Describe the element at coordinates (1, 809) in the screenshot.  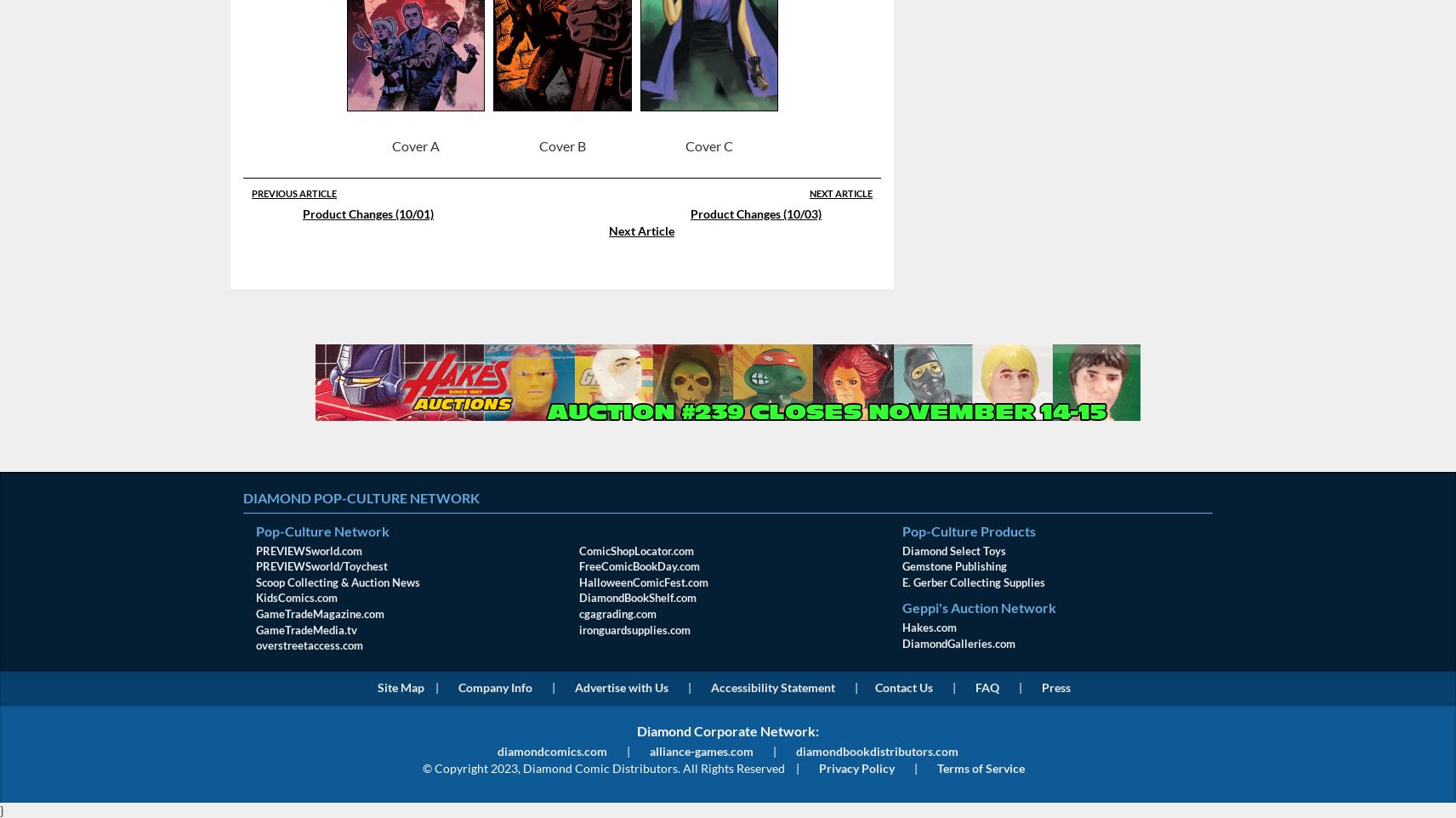
I see `'}'` at that location.